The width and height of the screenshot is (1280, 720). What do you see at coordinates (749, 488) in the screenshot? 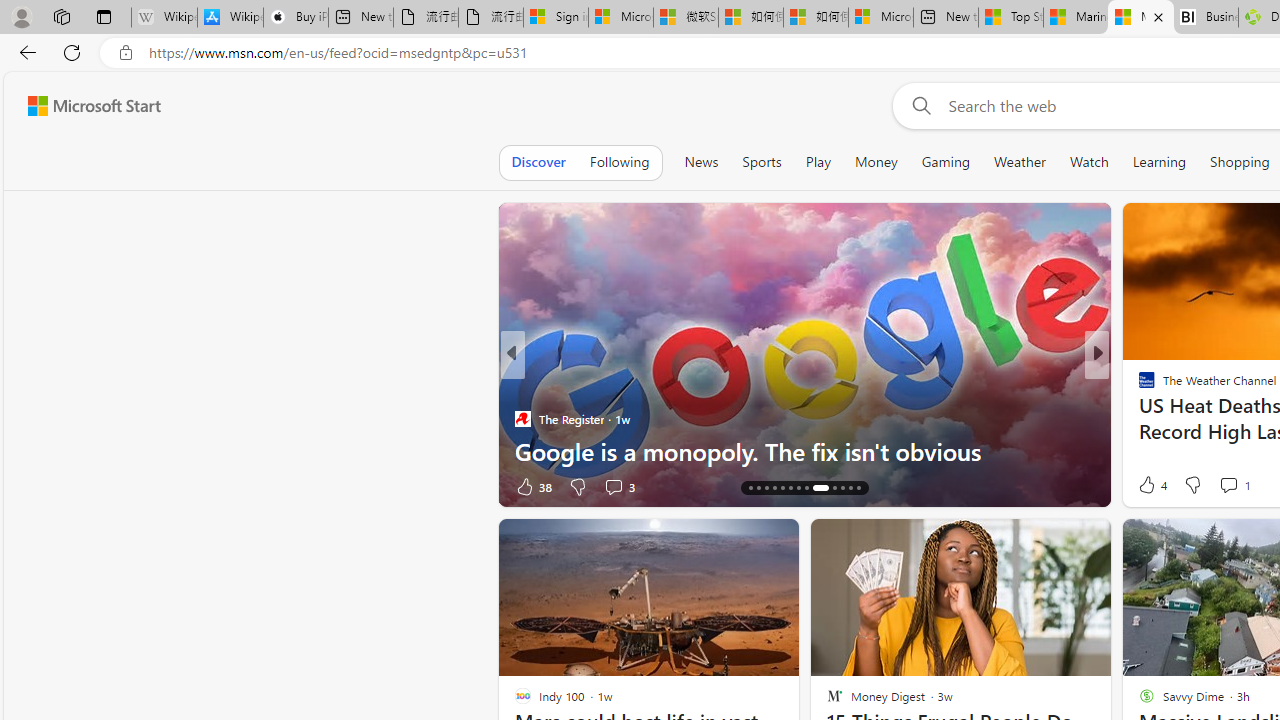
I see `'AutomationID: tab-14'` at bounding box center [749, 488].